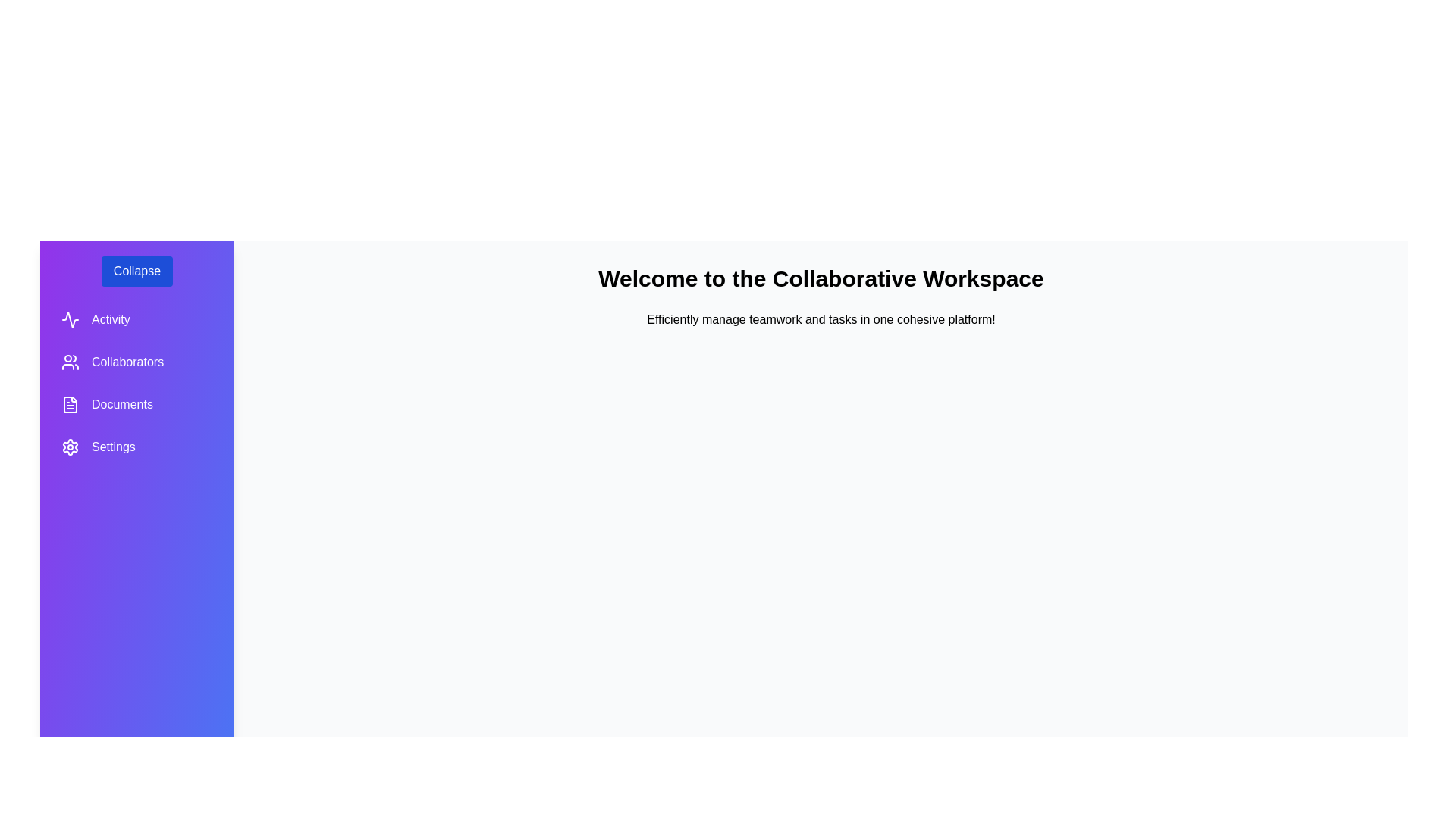 Image resolution: width=1456 pixels, height=819 pixels. I want to click on the Activity section in the sidebar to navigate to it, so click(137, 318).